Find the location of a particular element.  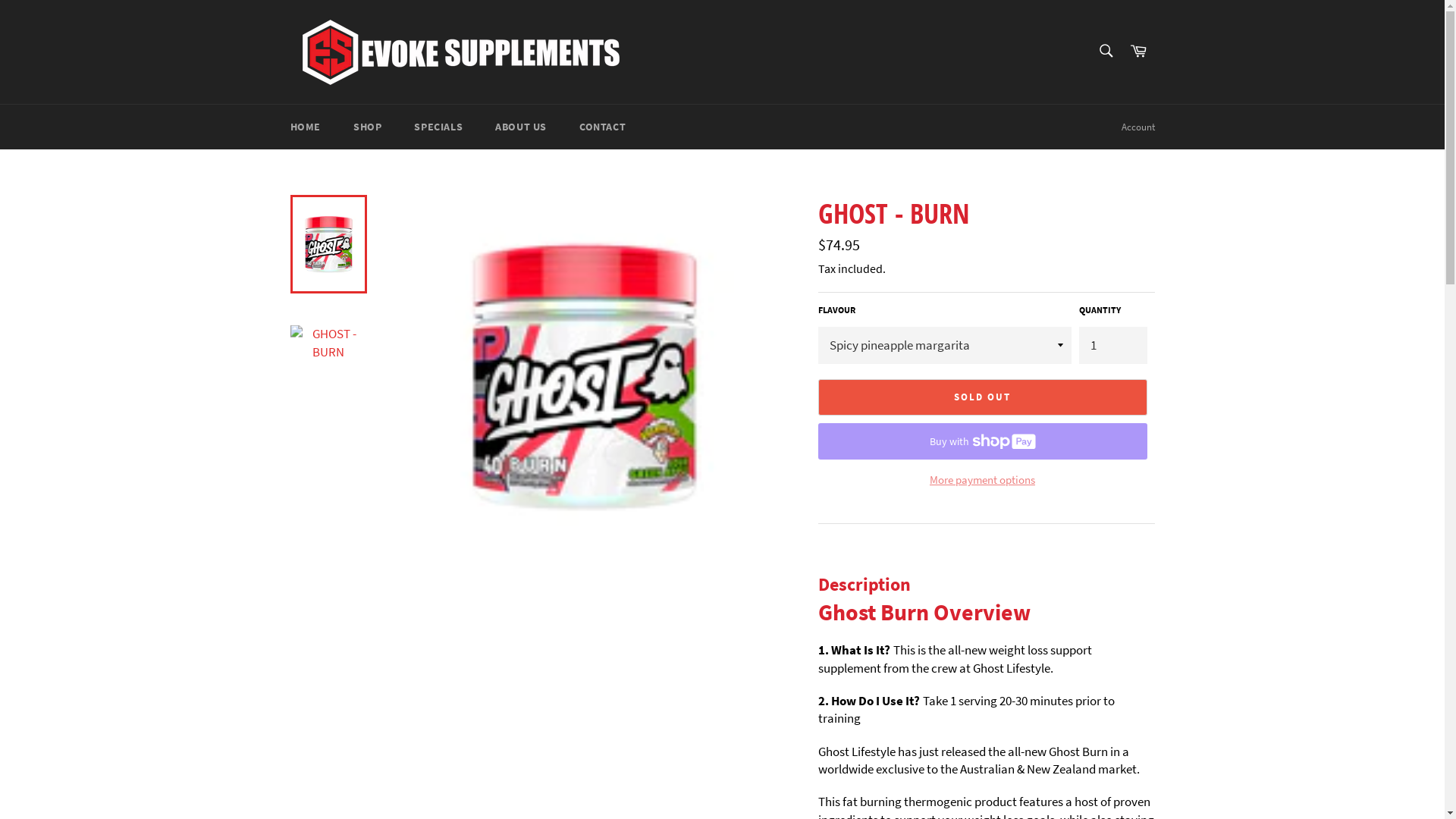

'Cart' is located at coordinates (1138, 51).